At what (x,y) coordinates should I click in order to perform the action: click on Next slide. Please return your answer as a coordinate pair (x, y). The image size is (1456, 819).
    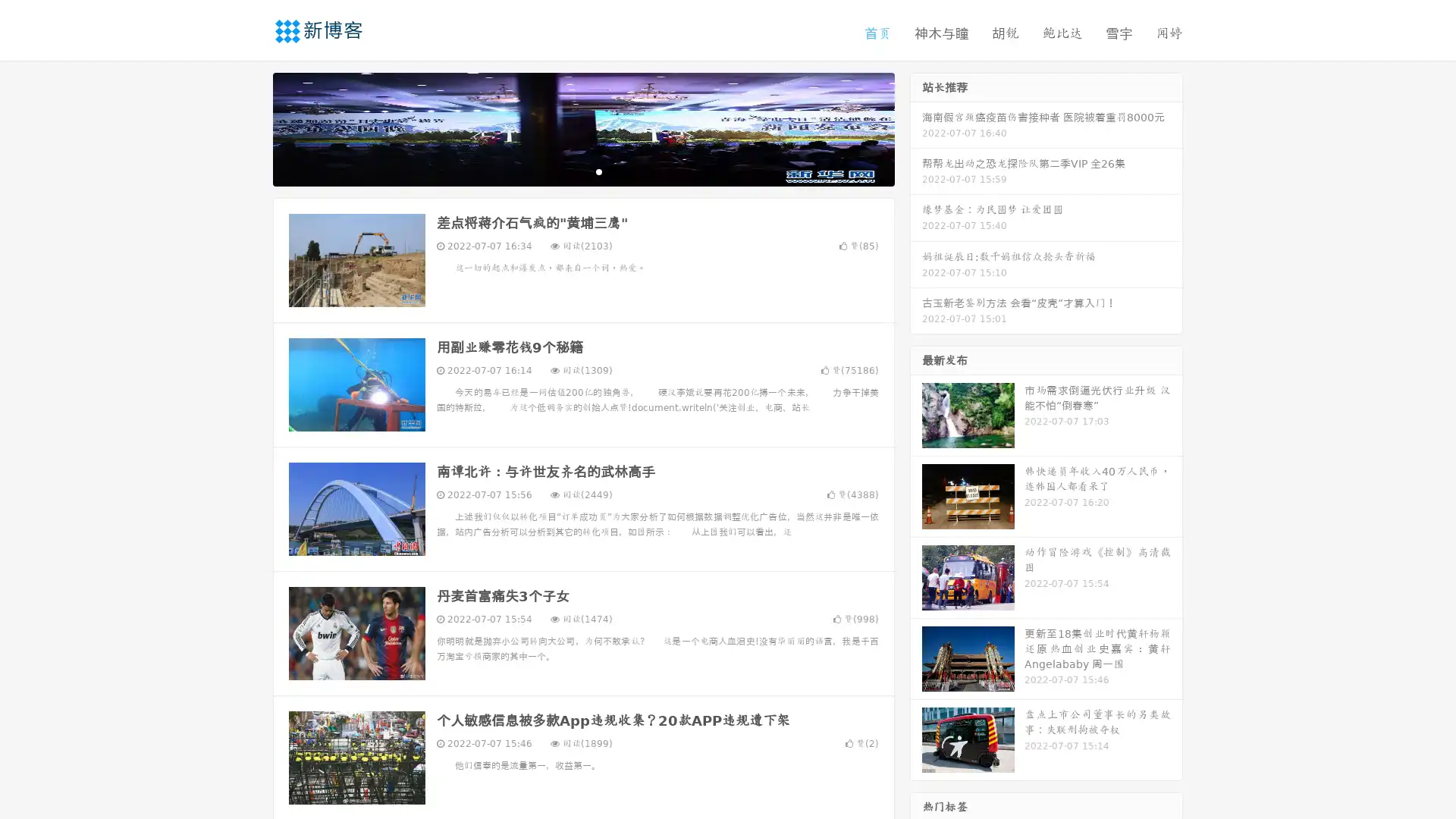
    Looking at the image, I should click on (916, 127).